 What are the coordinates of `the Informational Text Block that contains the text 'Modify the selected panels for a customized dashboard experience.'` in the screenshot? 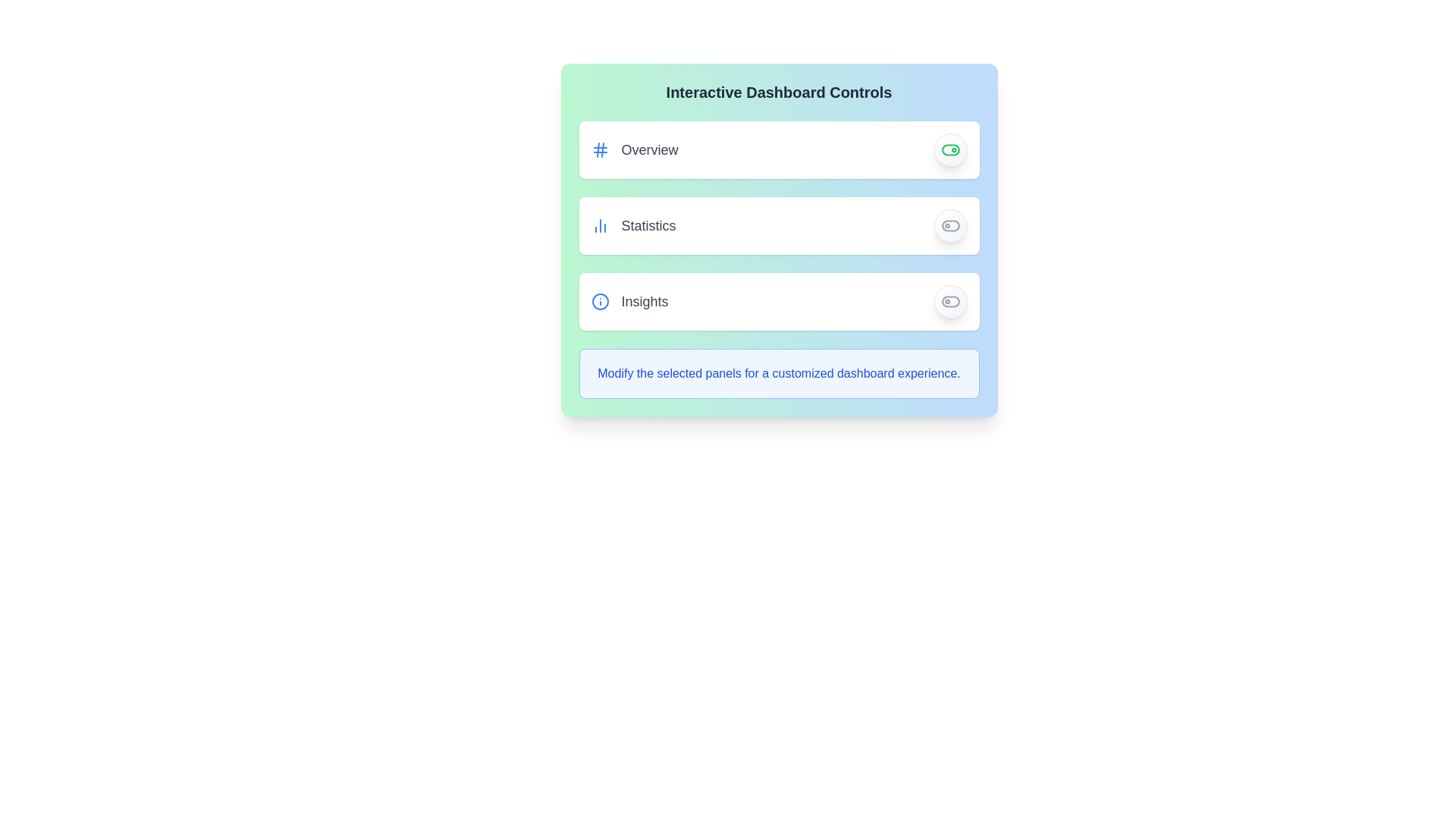 It's located at (779, 374).